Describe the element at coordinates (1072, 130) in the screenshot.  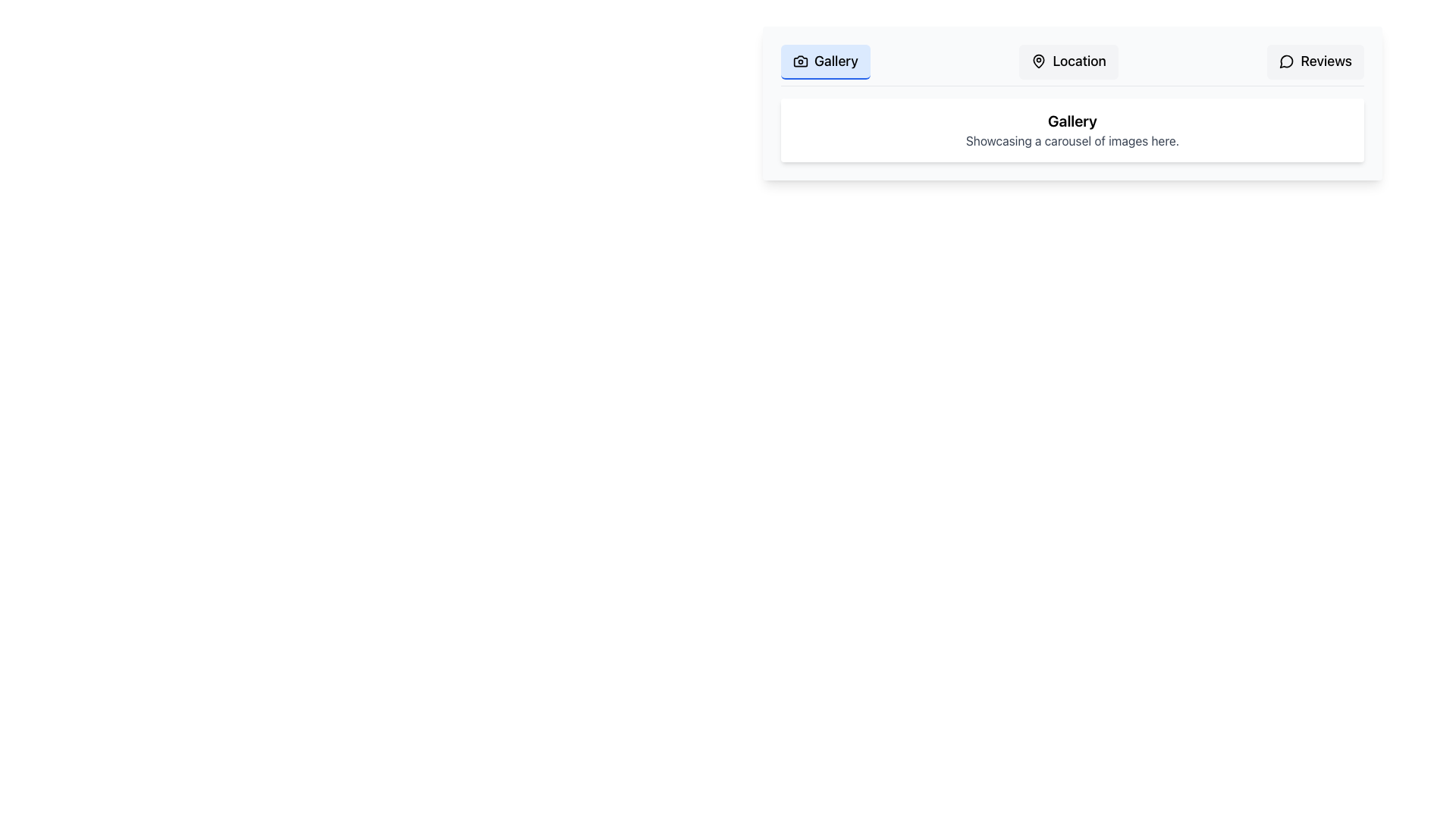
I see `the informational text block titled 'Gallery' which describes the section showcasing a carousel of images` at that location.